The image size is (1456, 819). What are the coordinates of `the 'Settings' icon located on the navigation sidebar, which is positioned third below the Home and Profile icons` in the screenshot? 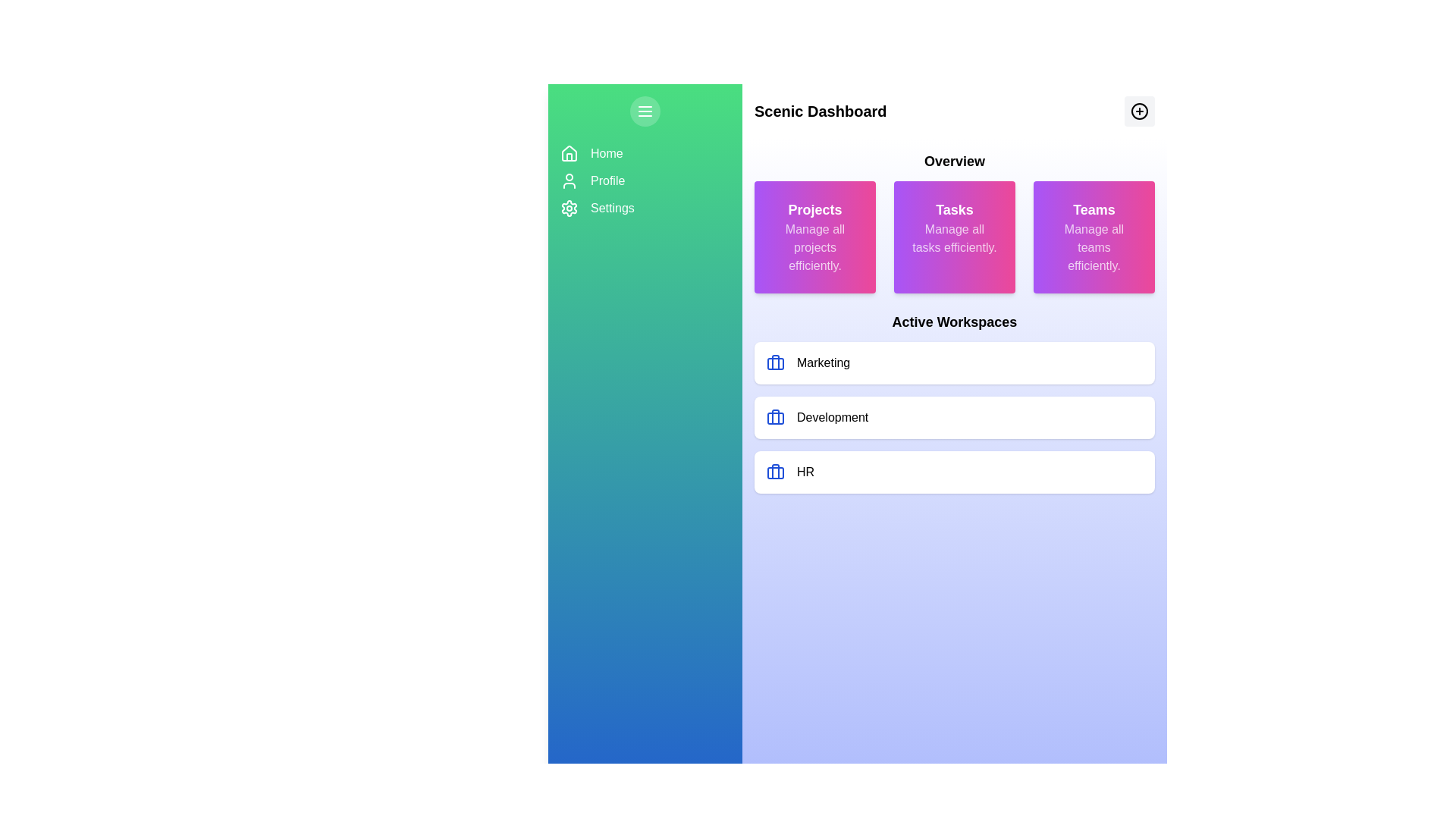 It's located at (568, 208).